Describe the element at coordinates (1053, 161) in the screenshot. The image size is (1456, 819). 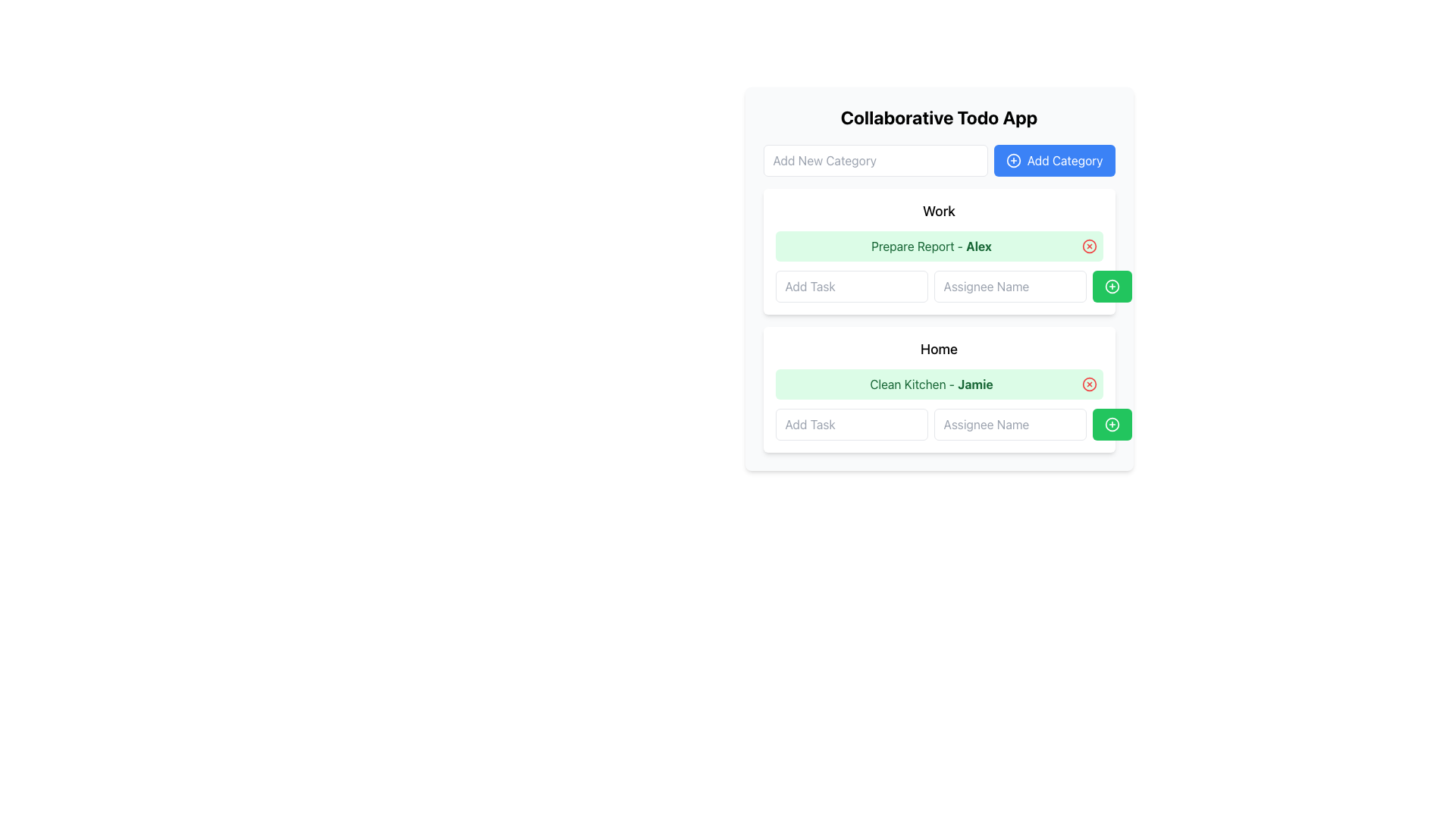
I see `the 'Add Category' button located at the top-right area of the application interface` at that location.